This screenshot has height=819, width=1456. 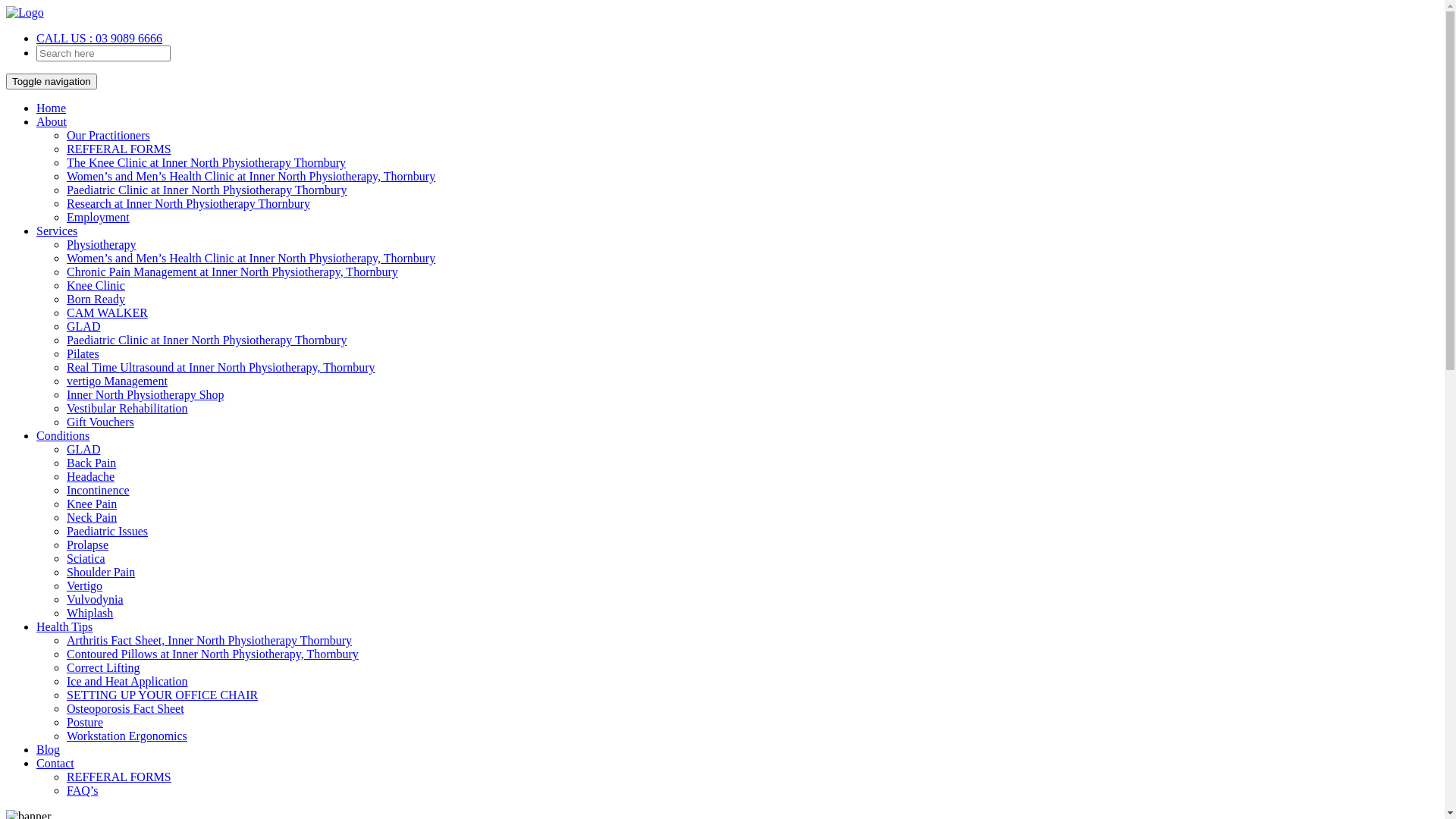 What do you see at coordinates (6, 81) in the screenshot?
I see `'Toggle navigation'` at bounding box center [6, 81].